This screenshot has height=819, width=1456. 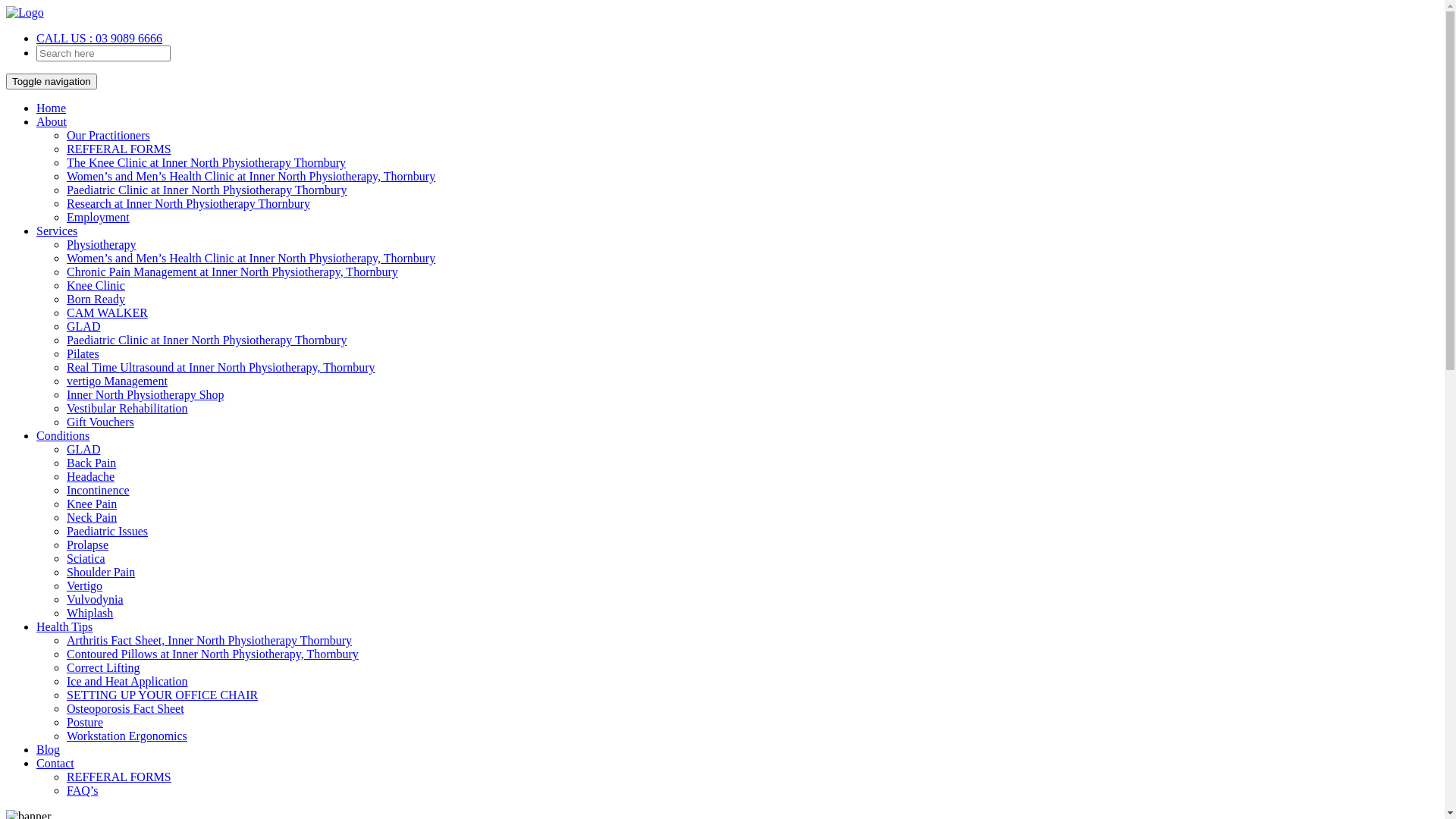 What do you see at coordinates (6, 81) in the screenshot?
I see `'Toggle navigation'` at bounding box center [6, 81].